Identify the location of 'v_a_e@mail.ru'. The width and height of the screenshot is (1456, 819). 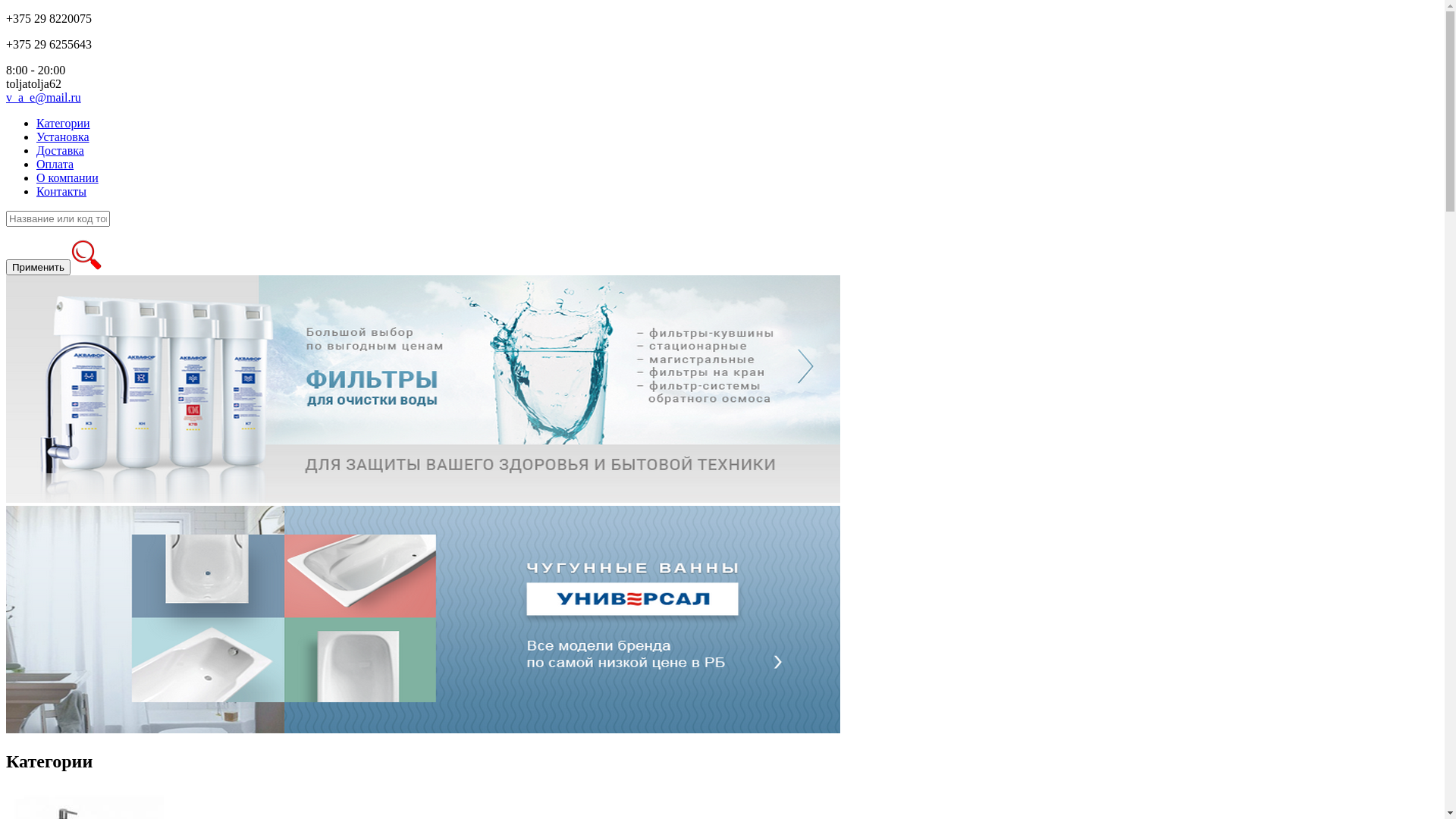
(43, 97).